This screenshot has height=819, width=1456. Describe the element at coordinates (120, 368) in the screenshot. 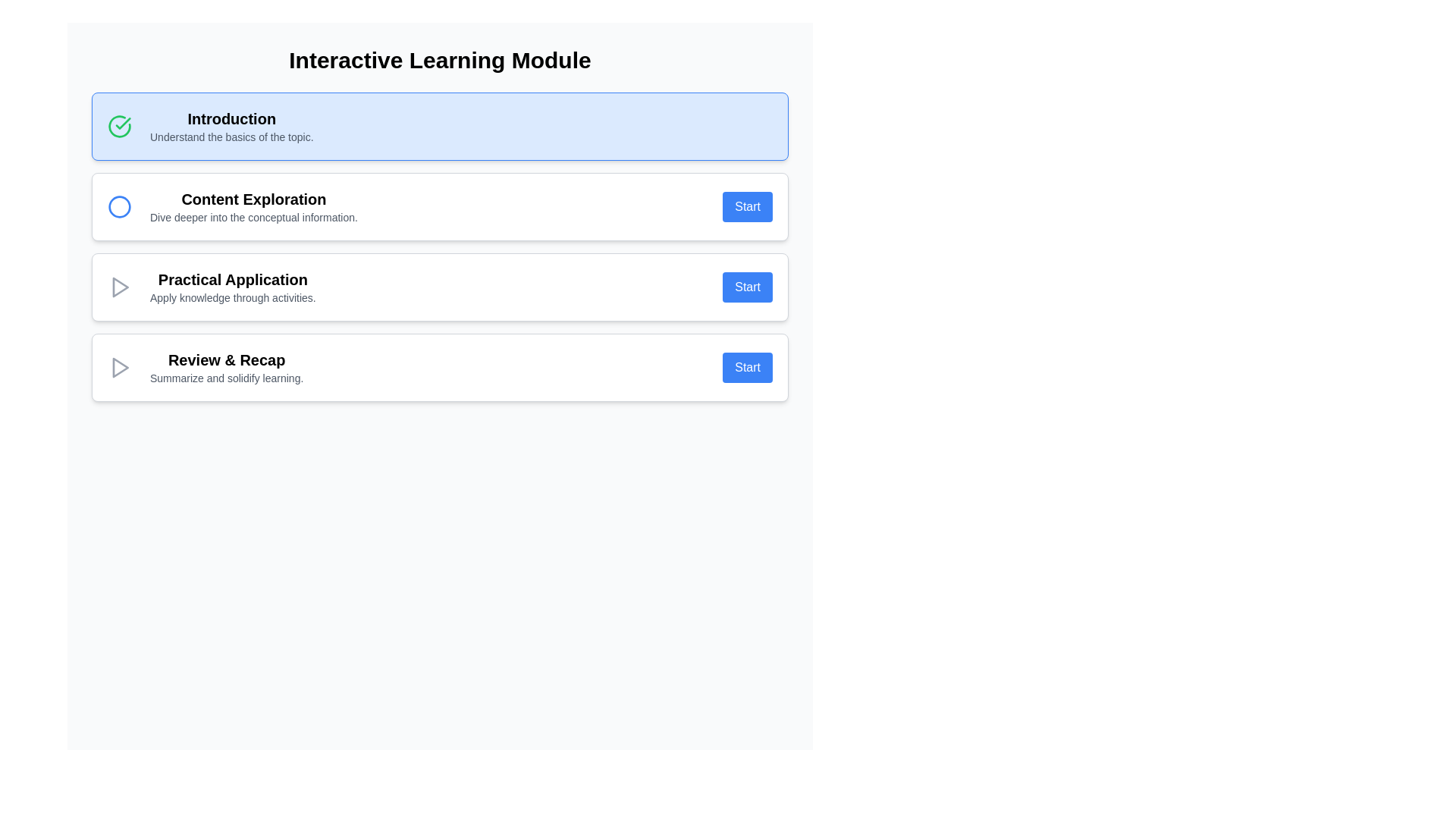

I see `the triangular play button icon located in the 'Review & Recap' section, which is the third icon from the top, to the left of its associated text label` at that location.